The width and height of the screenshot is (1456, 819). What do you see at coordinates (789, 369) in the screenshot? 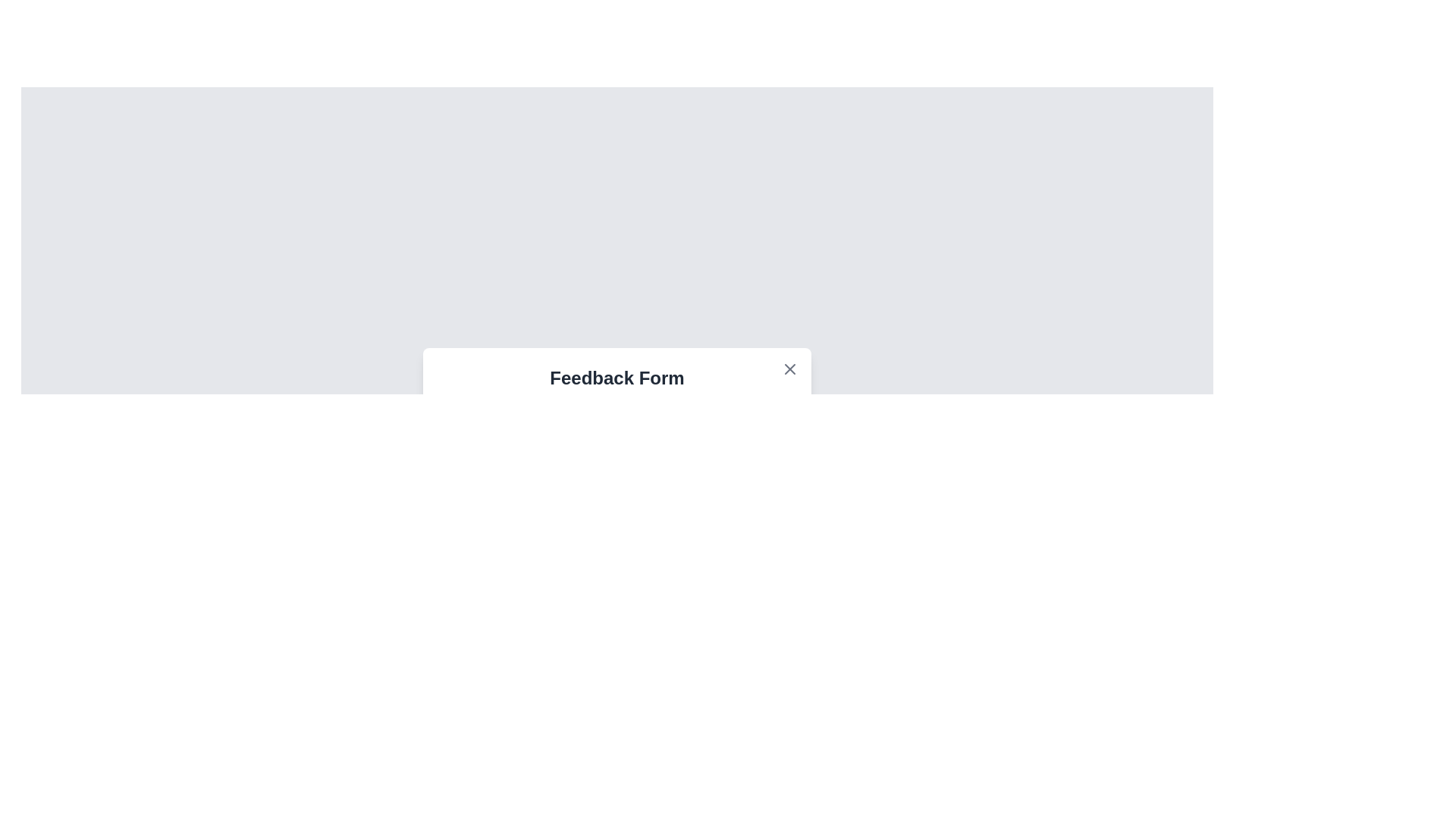
I see `the close icon located at the top right corner of the feedback form modal, adjacent to the 'Feedback Form' text` at bounding box center [789, 369].